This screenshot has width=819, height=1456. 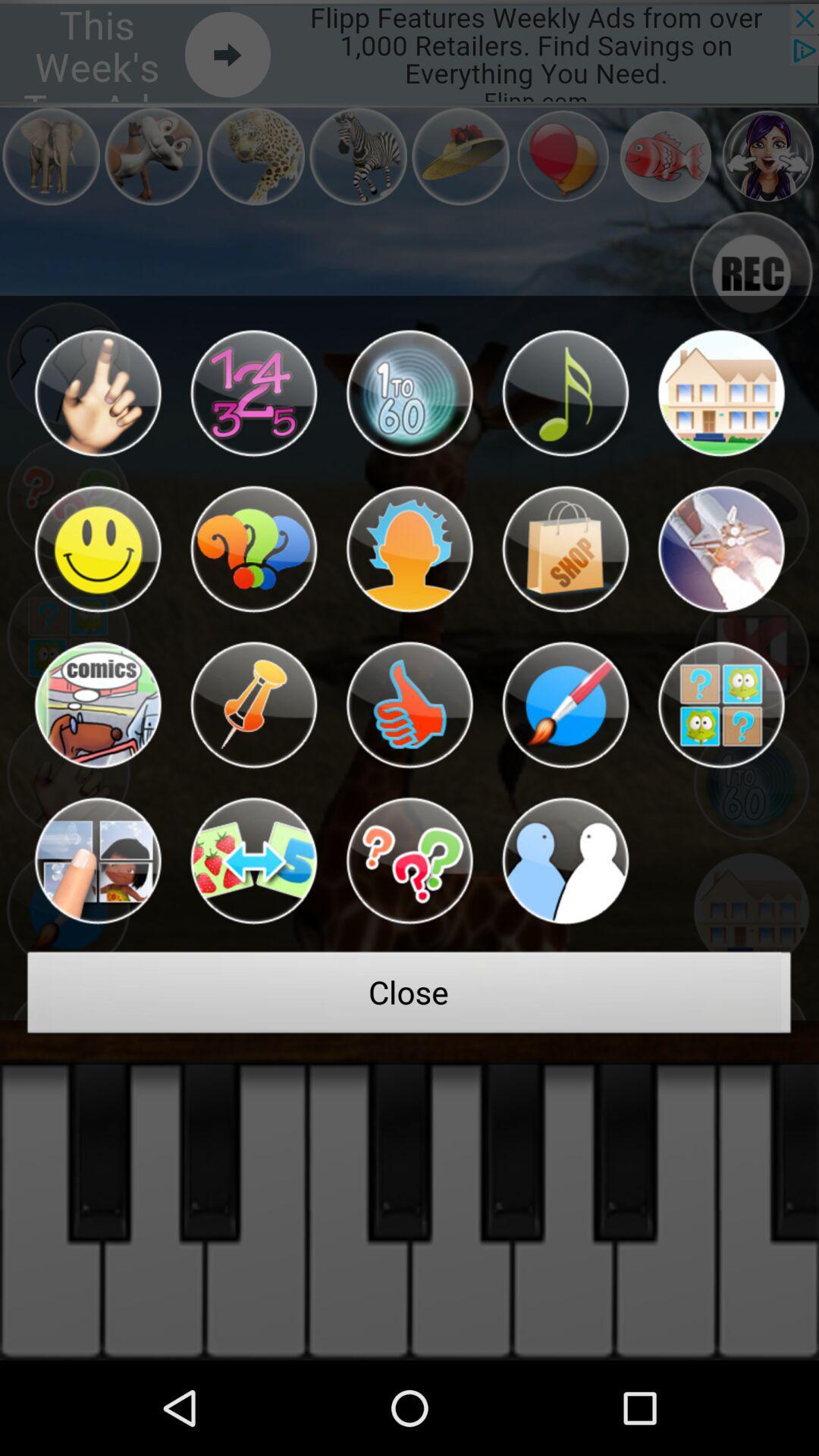 What do you see at coordinates (409, 861) in the screenshot?
I see `the item above the close item` at bounding box center [409, 861].